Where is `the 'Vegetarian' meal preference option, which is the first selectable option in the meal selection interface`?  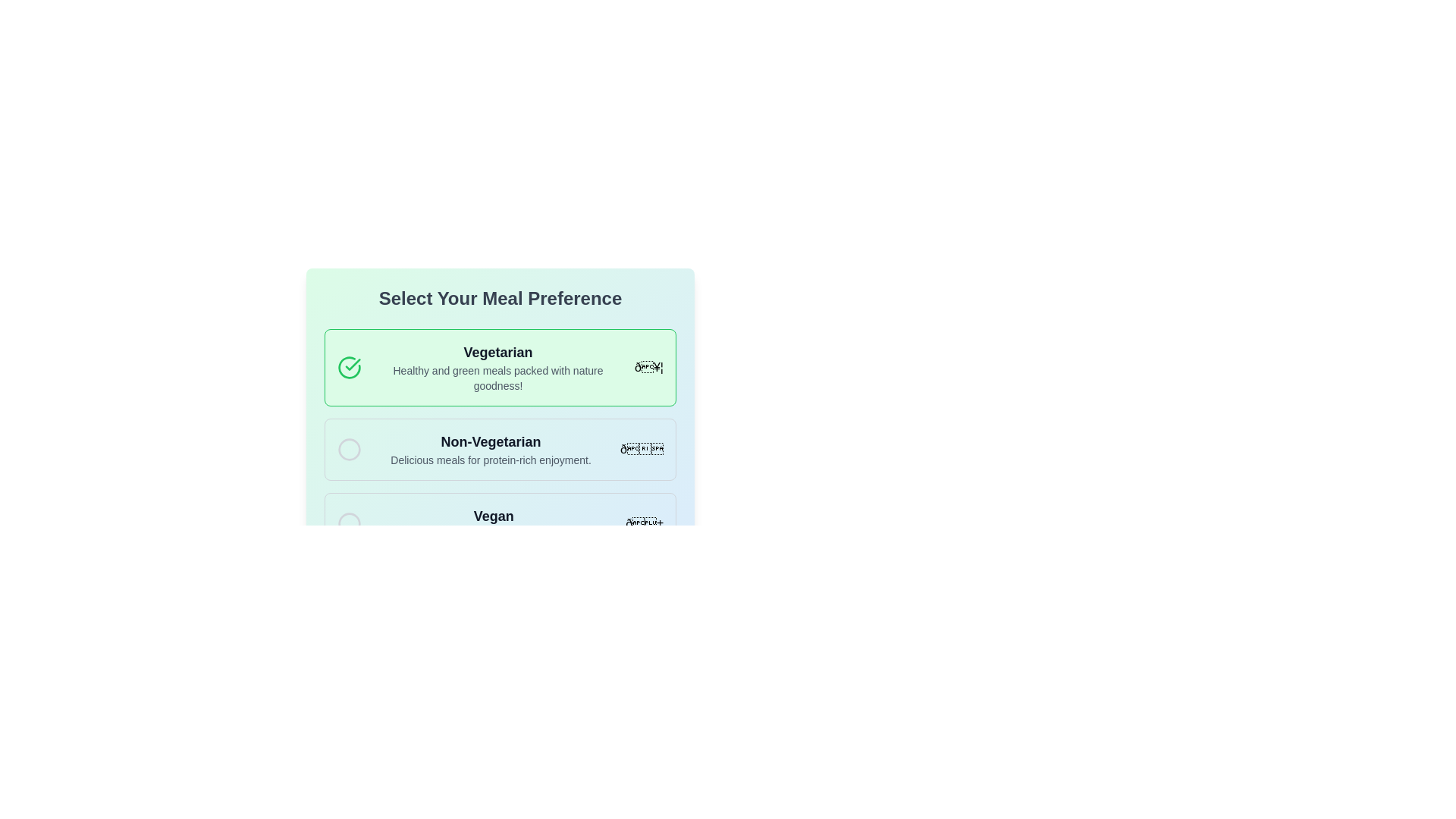
the 'Vegetarian' meal preference option, which is the first selectable option in the meal selection interface is located at coordinates (500, 386).